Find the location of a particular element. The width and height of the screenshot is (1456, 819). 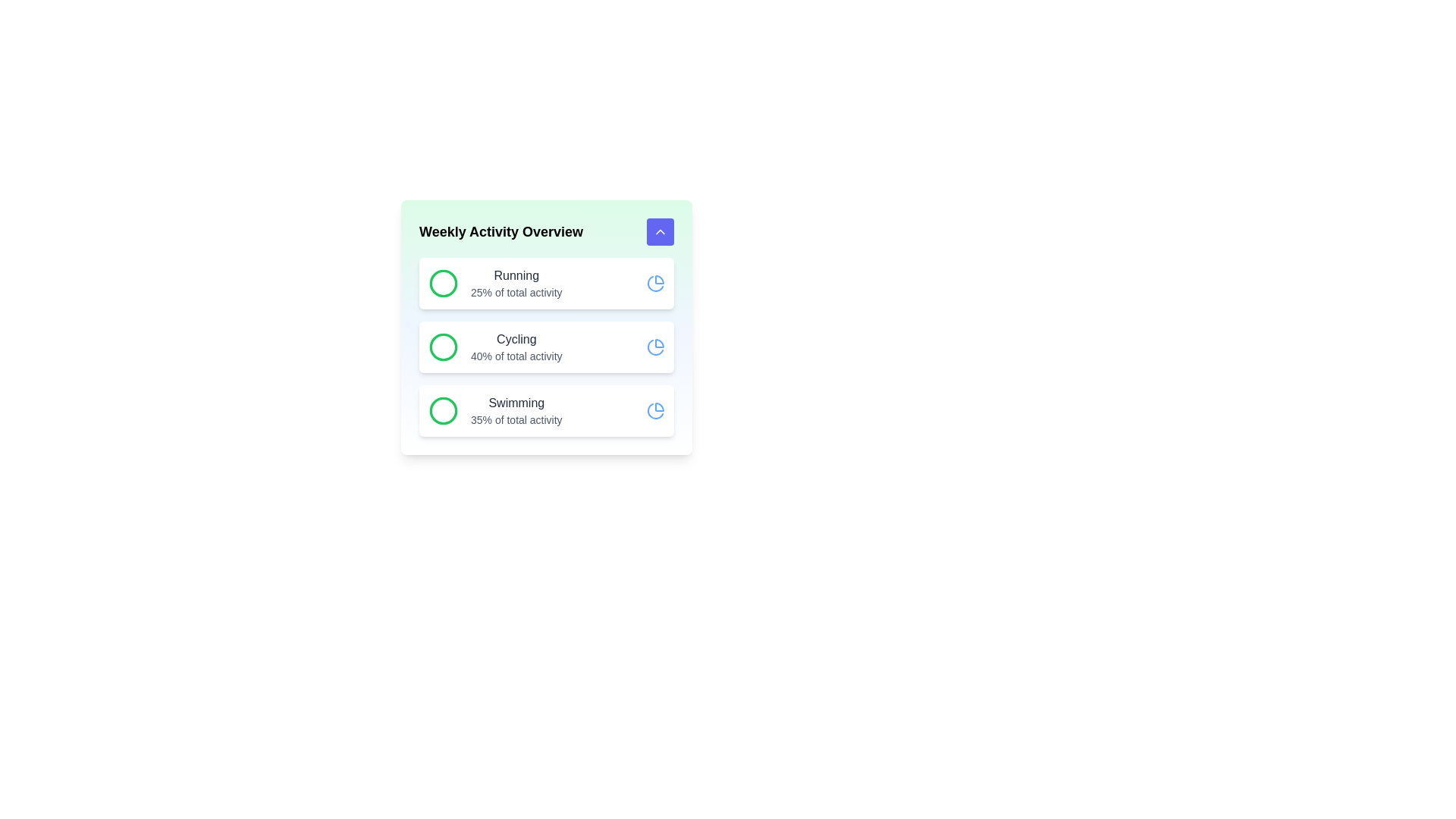

the visual indicator icon representing the overview of the 'Cycling' activity, located in the second section of the 'Weekly Activity Overview' card, aligned to the right of the text '40% of total activity' is located at coordinates (655, 347).